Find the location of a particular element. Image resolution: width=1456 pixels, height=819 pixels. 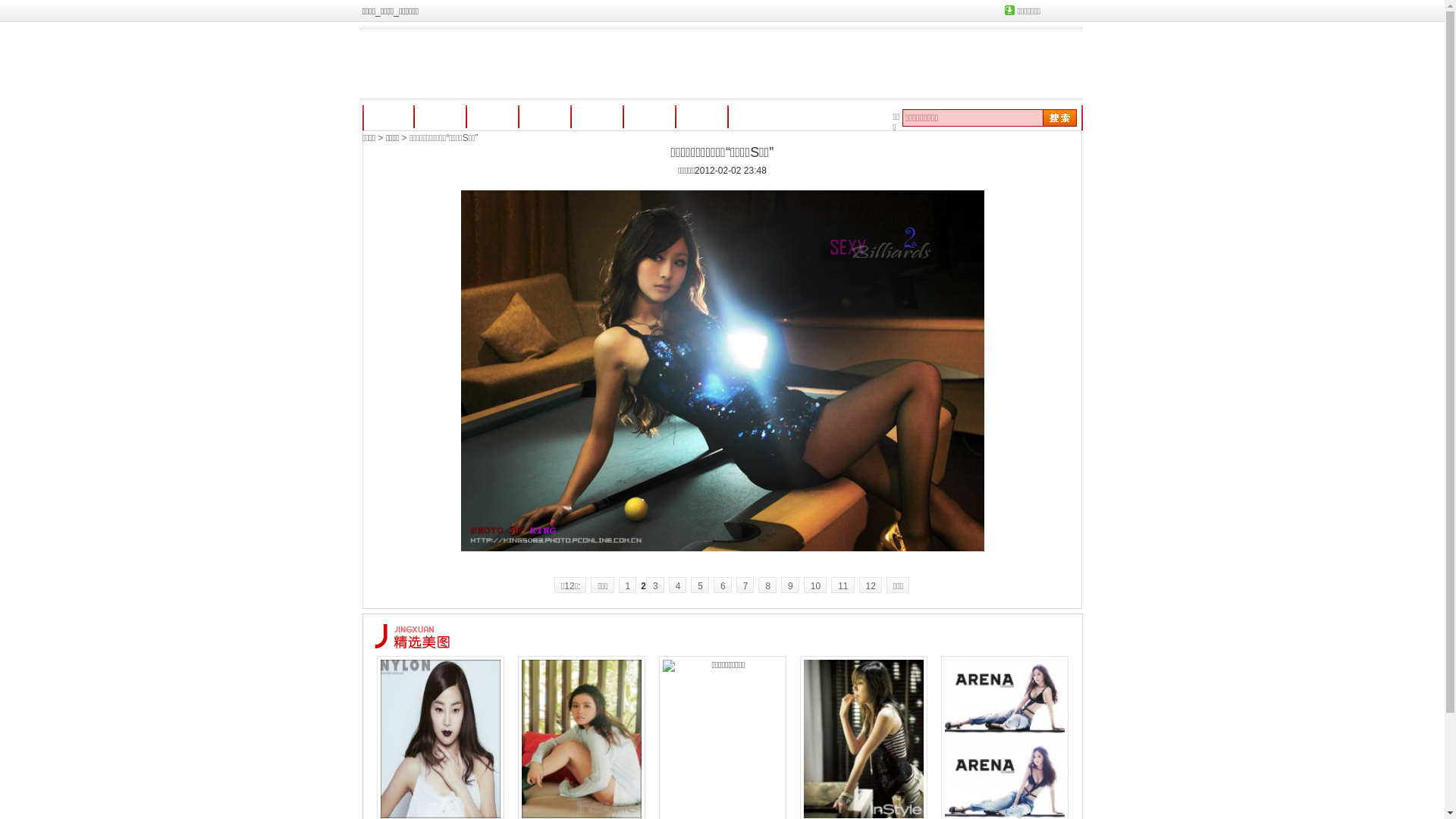

'11' is located at coordinates (841, 584).